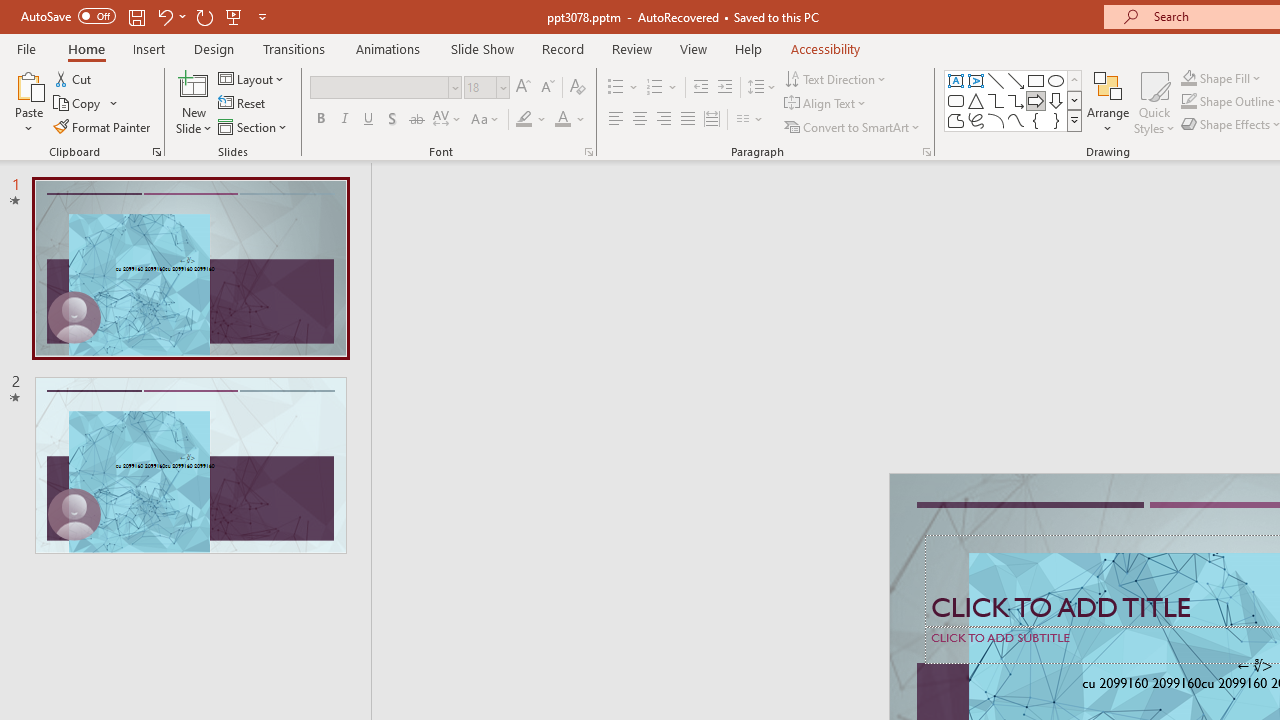 The image size is (1280, 720). What do you see at coordinates (1254, 666) in the screenshot?
I see `'TextBox 7'` at bounding box center [1254, 666].